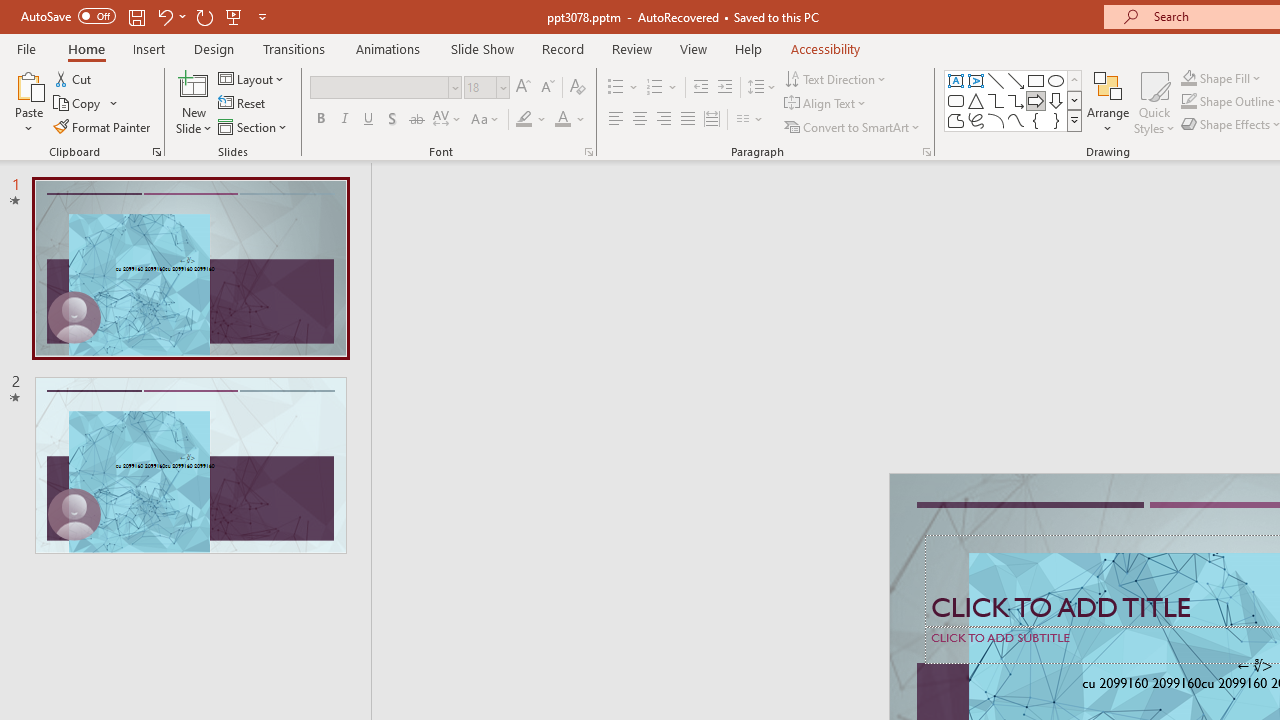 The image size is (1280, 720). What do you see at coordinates (1254, 666) in the screenshot?
I see `'TextBox 7'` at bounding box center [1254, 666].